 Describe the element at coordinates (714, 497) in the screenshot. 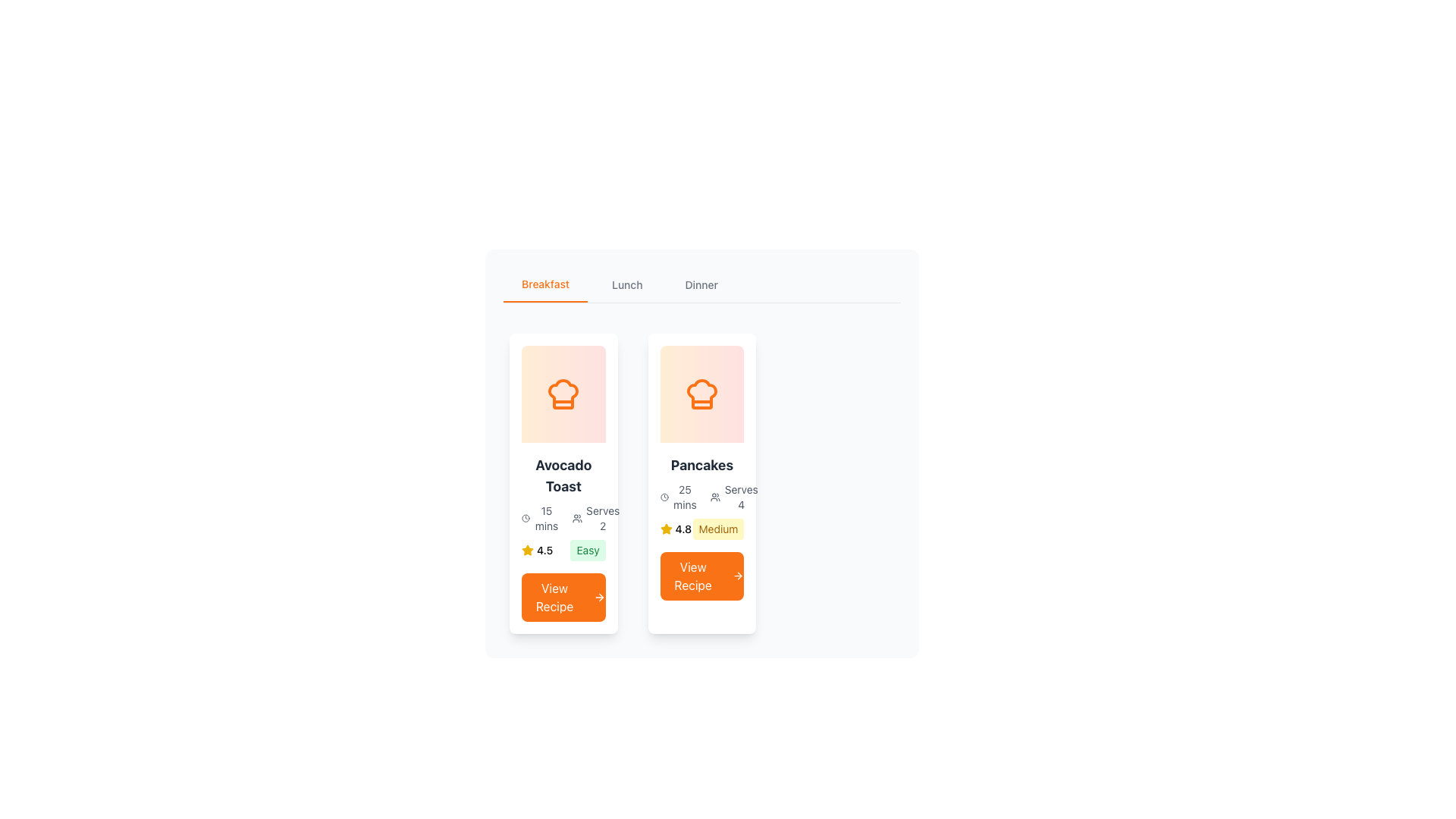

I see `the icon depicting a group of people, which is part of the 'Serves 4' component located near the text 'Serves 4'` at that location.